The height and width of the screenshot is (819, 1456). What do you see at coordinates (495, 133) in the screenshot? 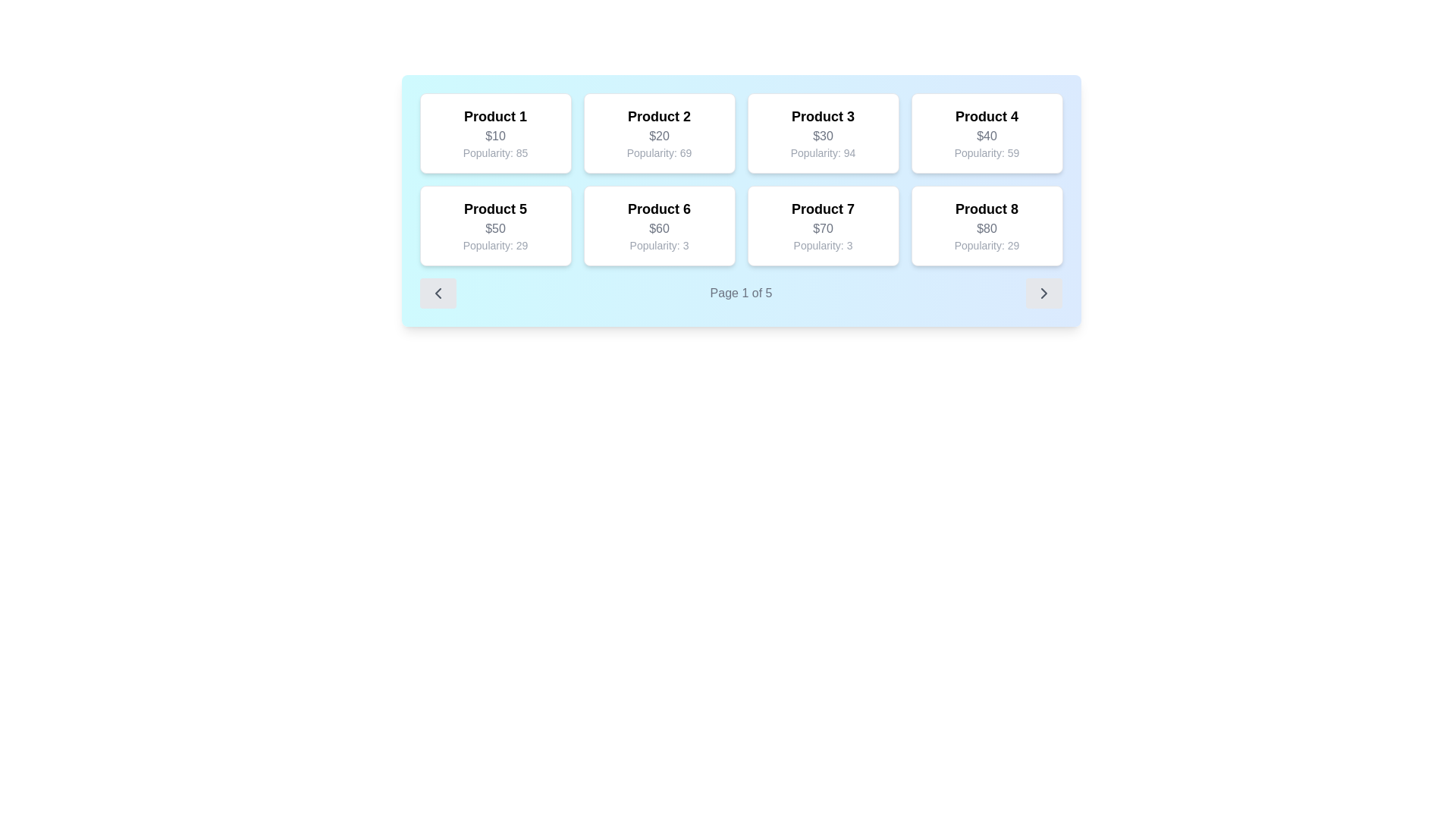
I see `the product information card located in the first column of the grid structure, which displays details about the product such as its name, price, and popularity` at bounding box center [495, 133].